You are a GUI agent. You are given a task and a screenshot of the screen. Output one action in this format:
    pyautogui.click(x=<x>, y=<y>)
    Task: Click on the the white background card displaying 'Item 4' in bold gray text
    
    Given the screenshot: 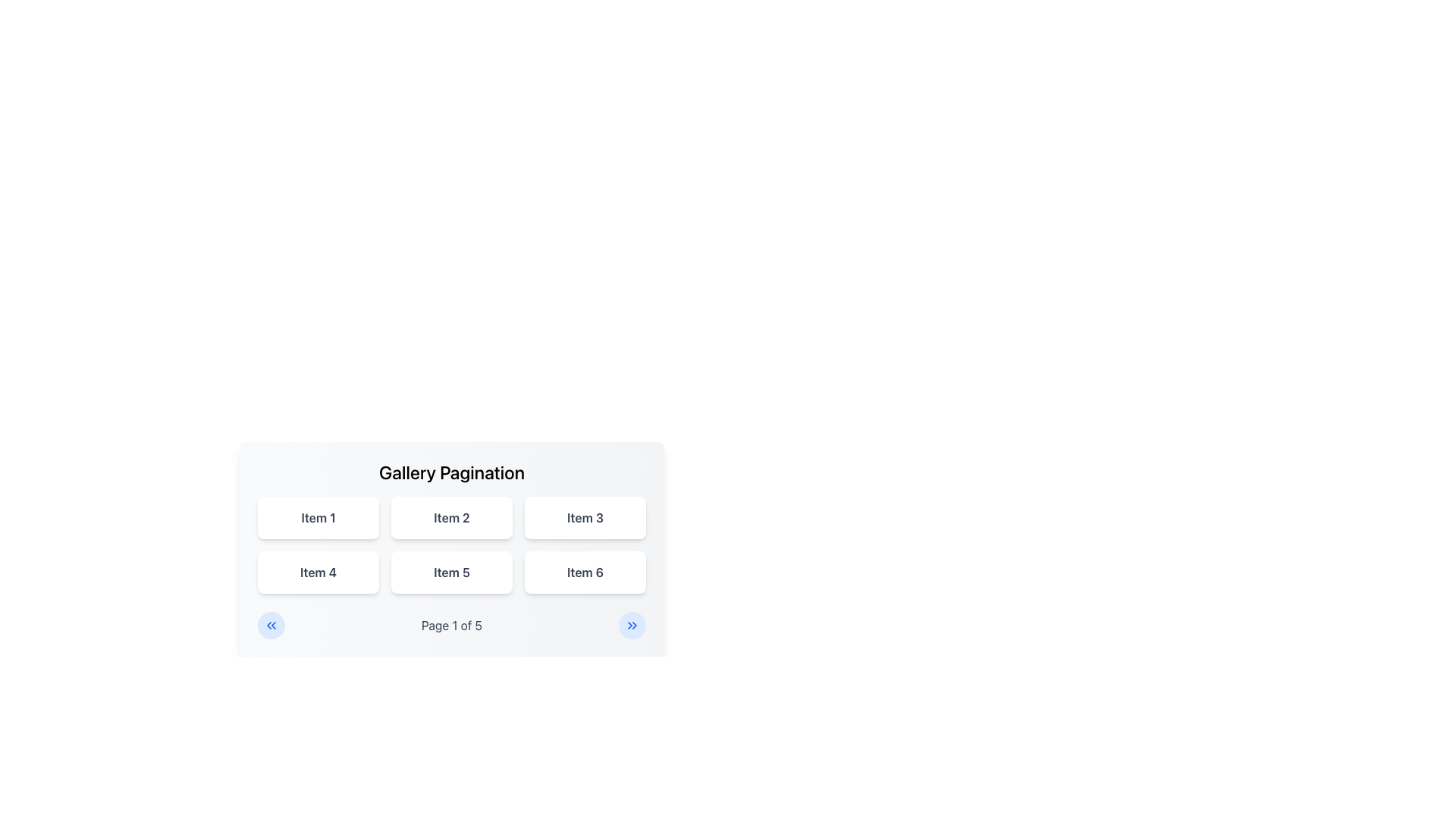 What is the action you would take?
    pyautogui.click(x=318, y=573)
    